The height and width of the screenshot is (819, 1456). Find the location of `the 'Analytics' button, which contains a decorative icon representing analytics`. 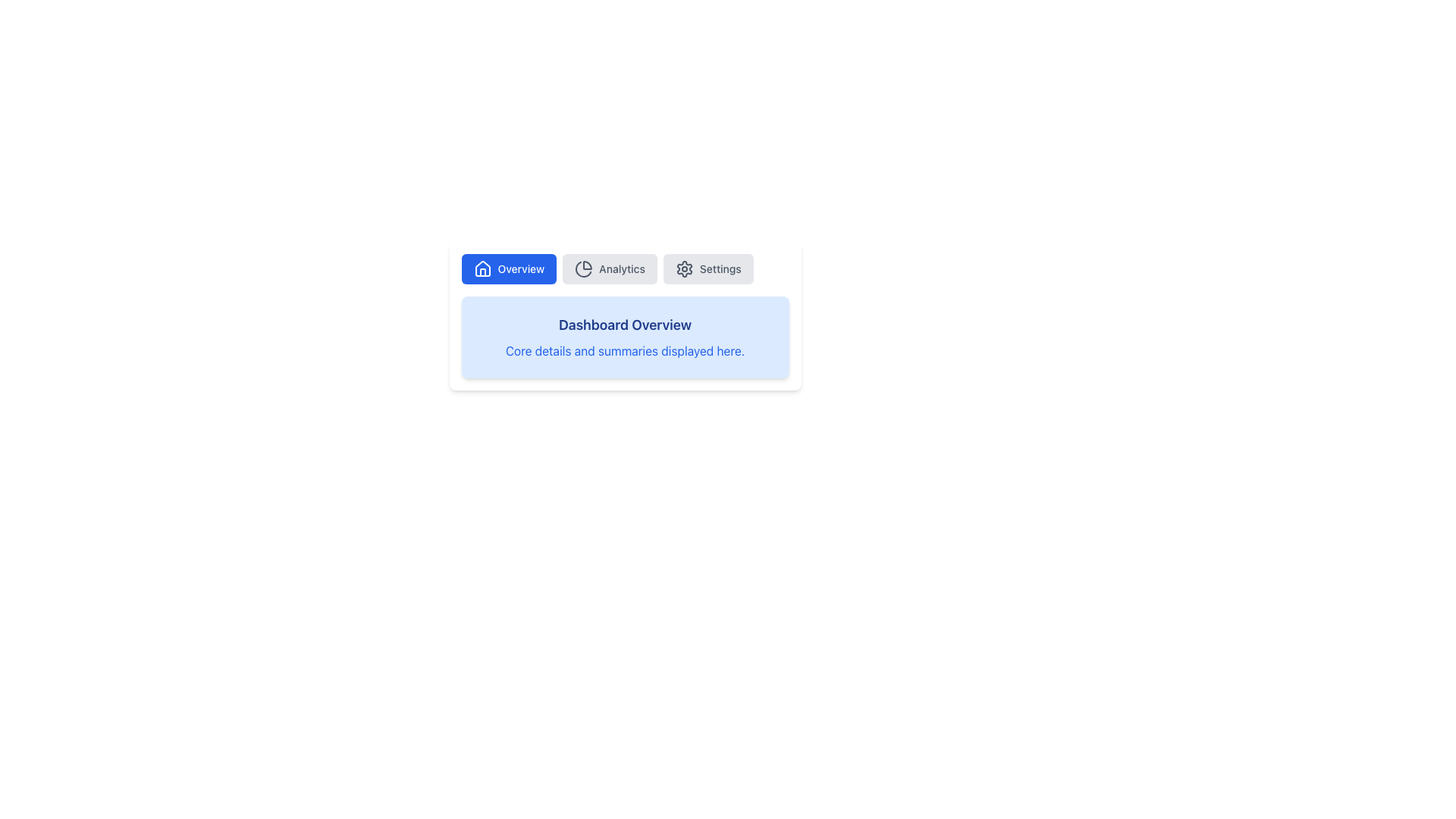

the 'Analytics' button, which contains a decorative icon representing analytics is located at coordinates (583, 268).